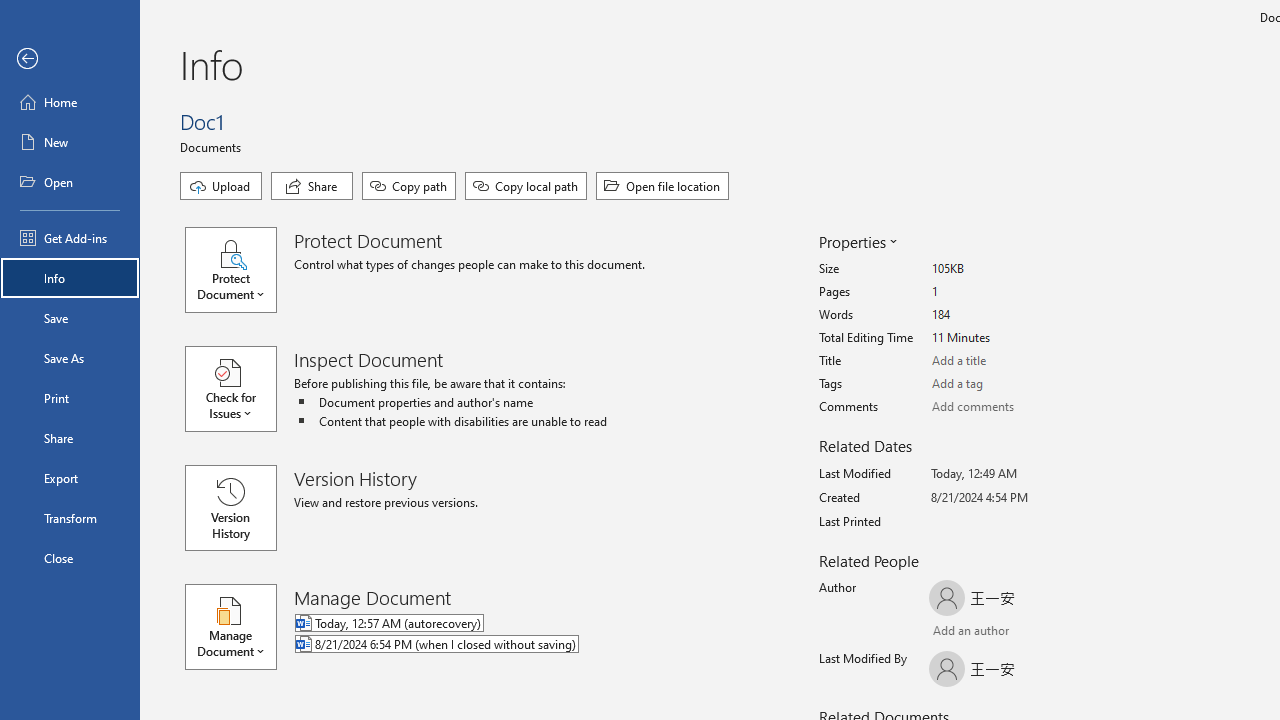 The width and height of the screenshot is (1280, 720). Describe the element at coordinates (1006, 292) in the screenshot. I see `'Pages'` at that location.